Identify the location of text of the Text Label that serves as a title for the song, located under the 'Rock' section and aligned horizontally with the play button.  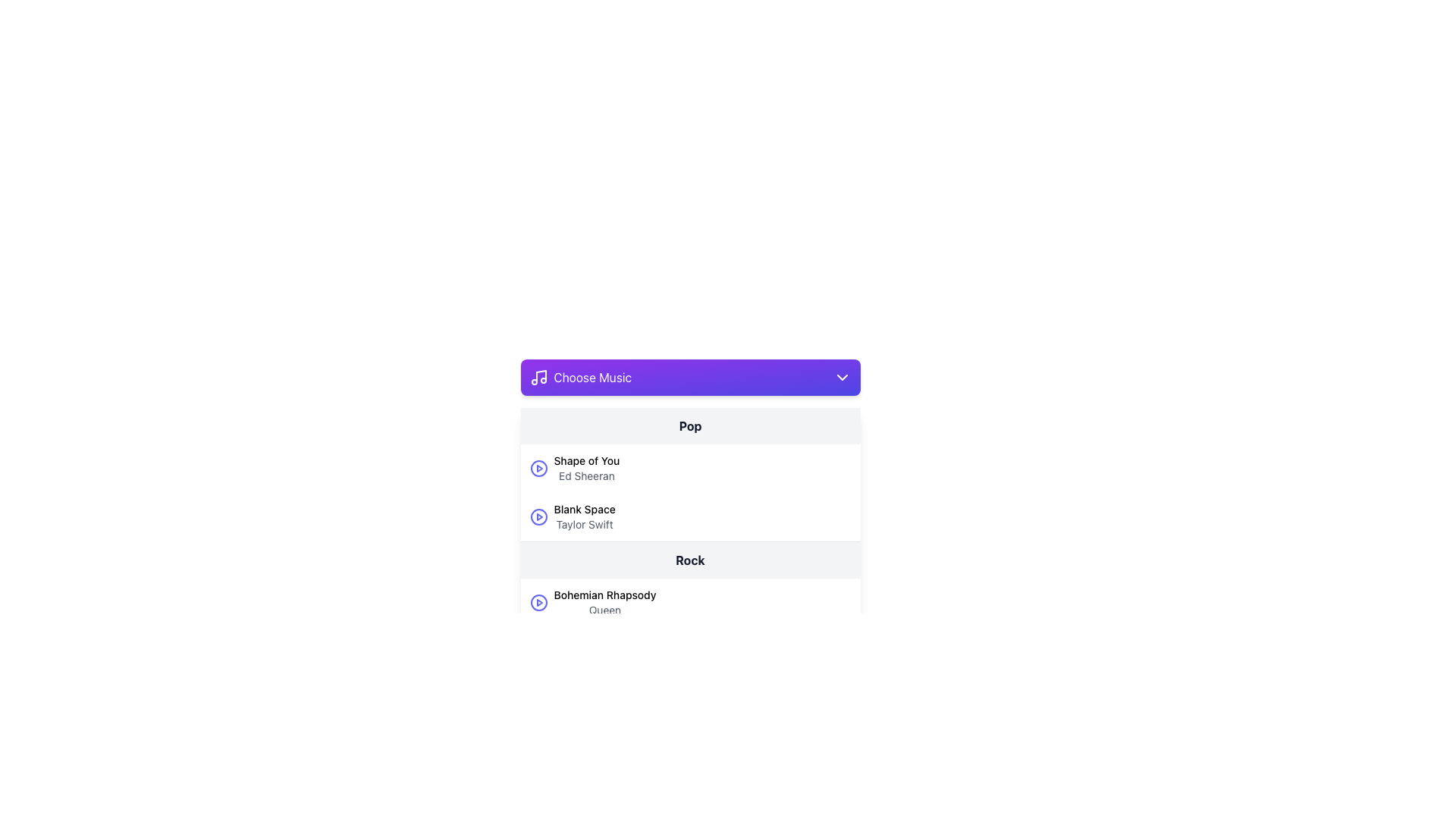
(604, 595).